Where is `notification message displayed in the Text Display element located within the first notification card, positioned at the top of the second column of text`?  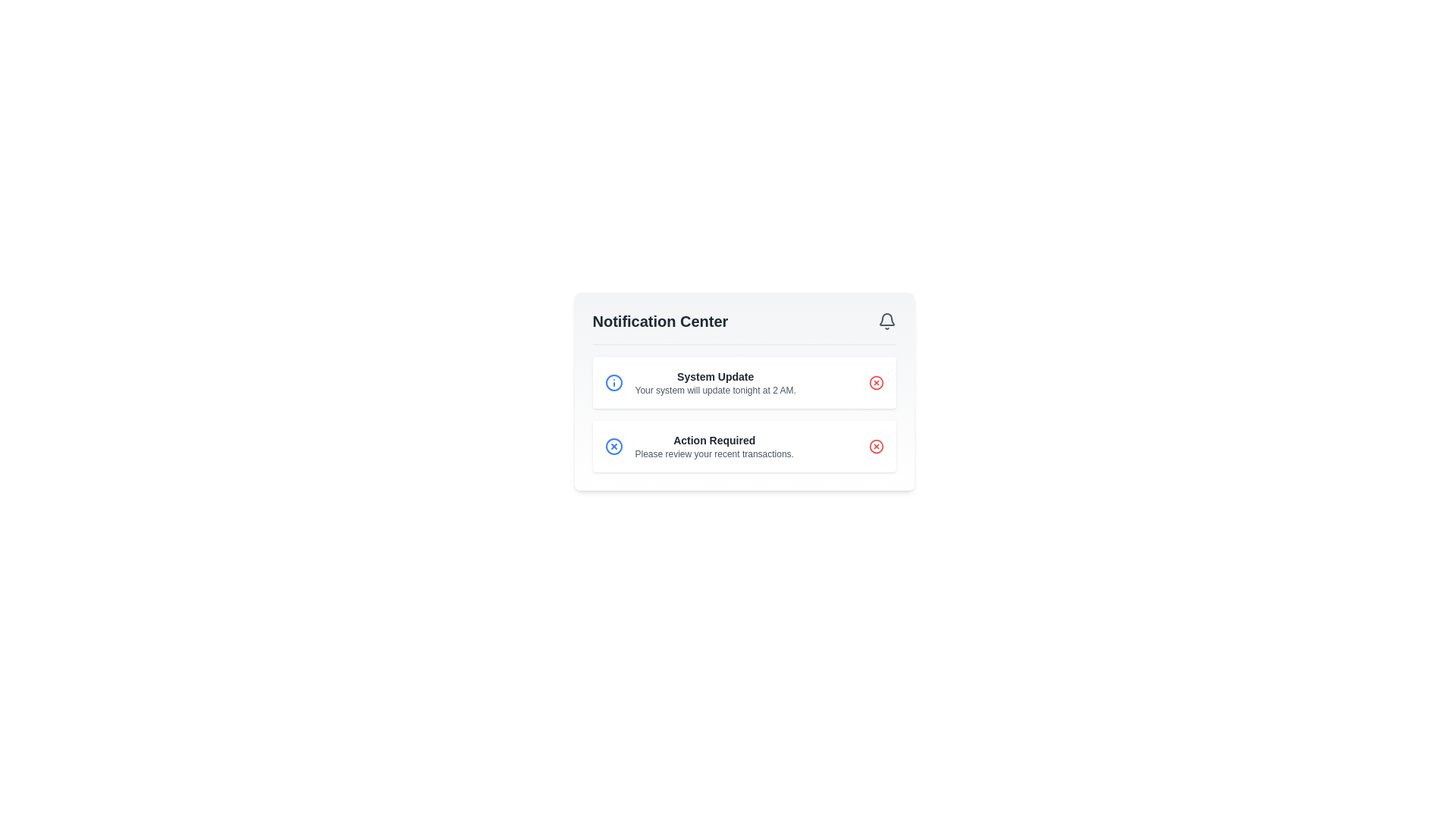
notification message displayed in the Text Display element located within the first notification card, positioned at the top of the second column of text is located at coordinates (714, 382).